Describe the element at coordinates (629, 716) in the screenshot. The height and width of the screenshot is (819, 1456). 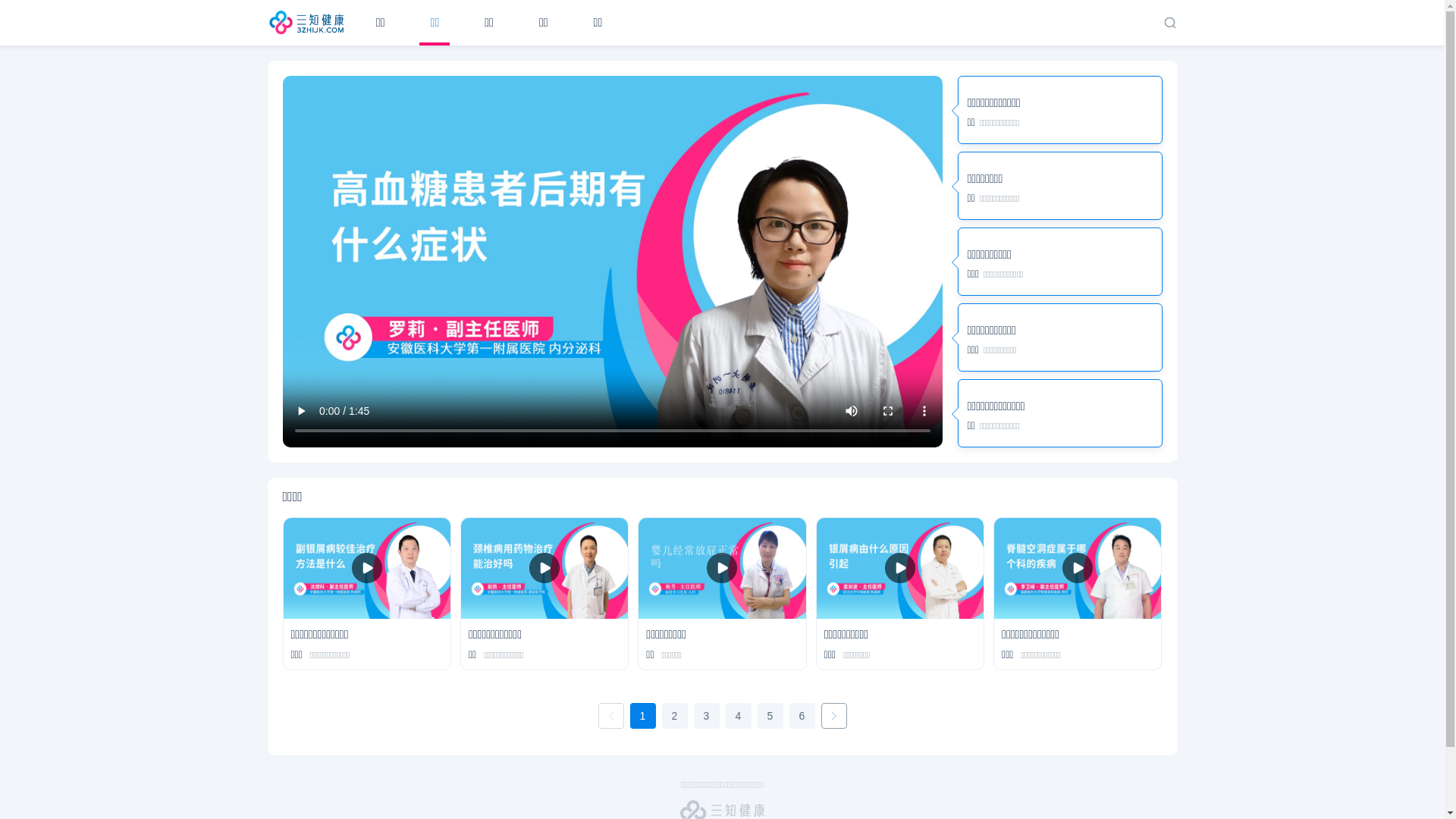
I see `'1'` at that location.